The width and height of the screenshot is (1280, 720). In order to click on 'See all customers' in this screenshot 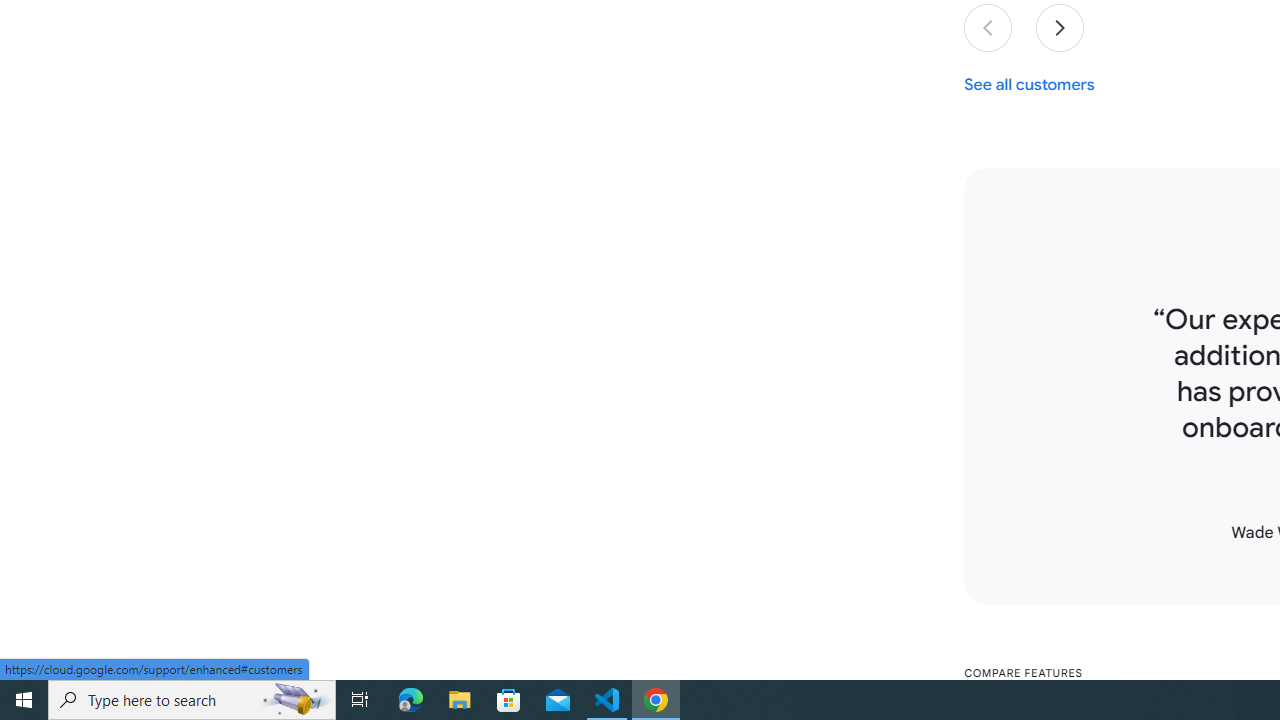, I will do `click(1029, 82)`.